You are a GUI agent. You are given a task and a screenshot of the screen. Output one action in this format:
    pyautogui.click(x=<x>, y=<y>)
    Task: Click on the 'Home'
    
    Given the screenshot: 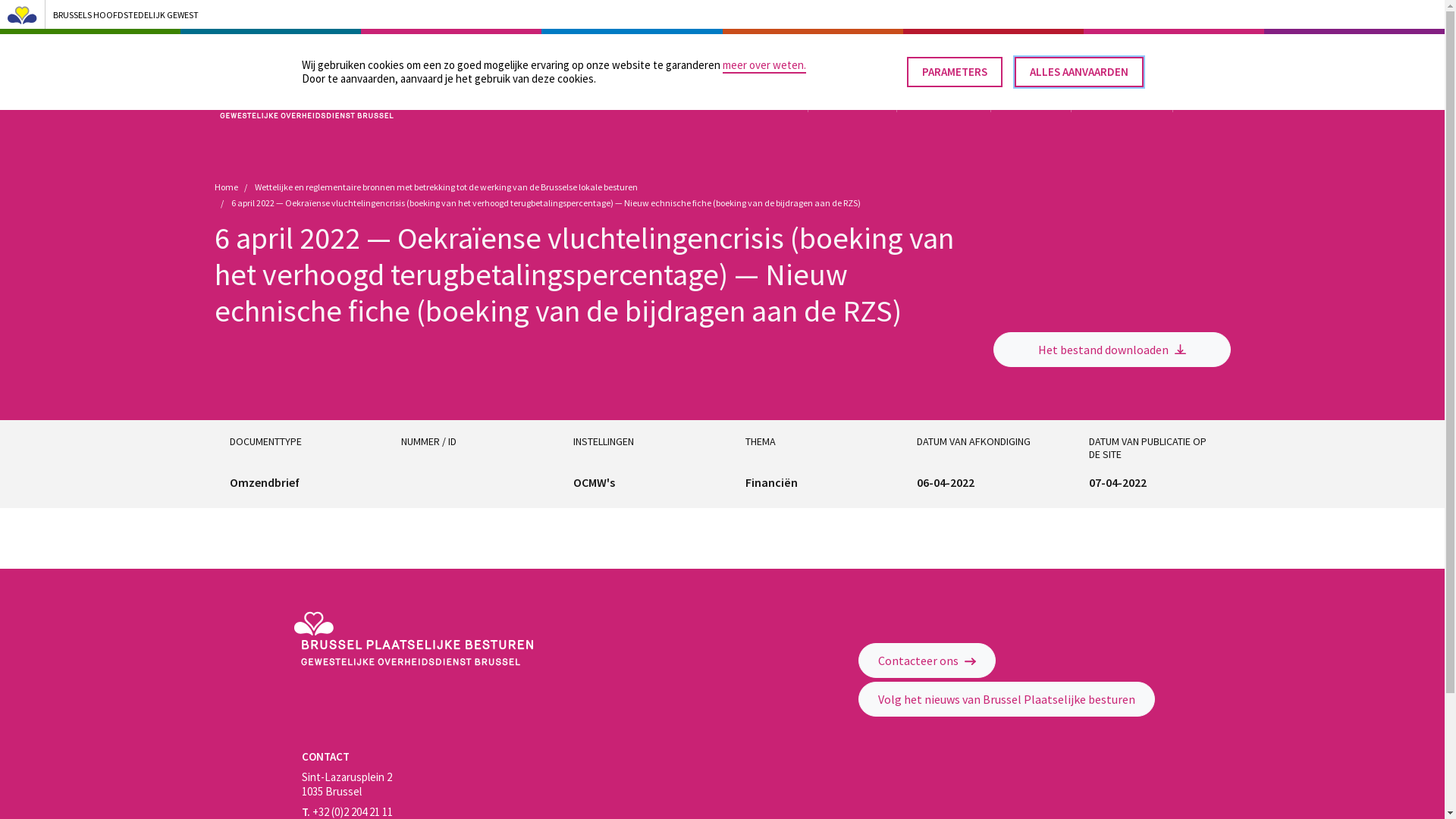 What is the action you would take?
    pyautogui.click(x=224, y=186)
    